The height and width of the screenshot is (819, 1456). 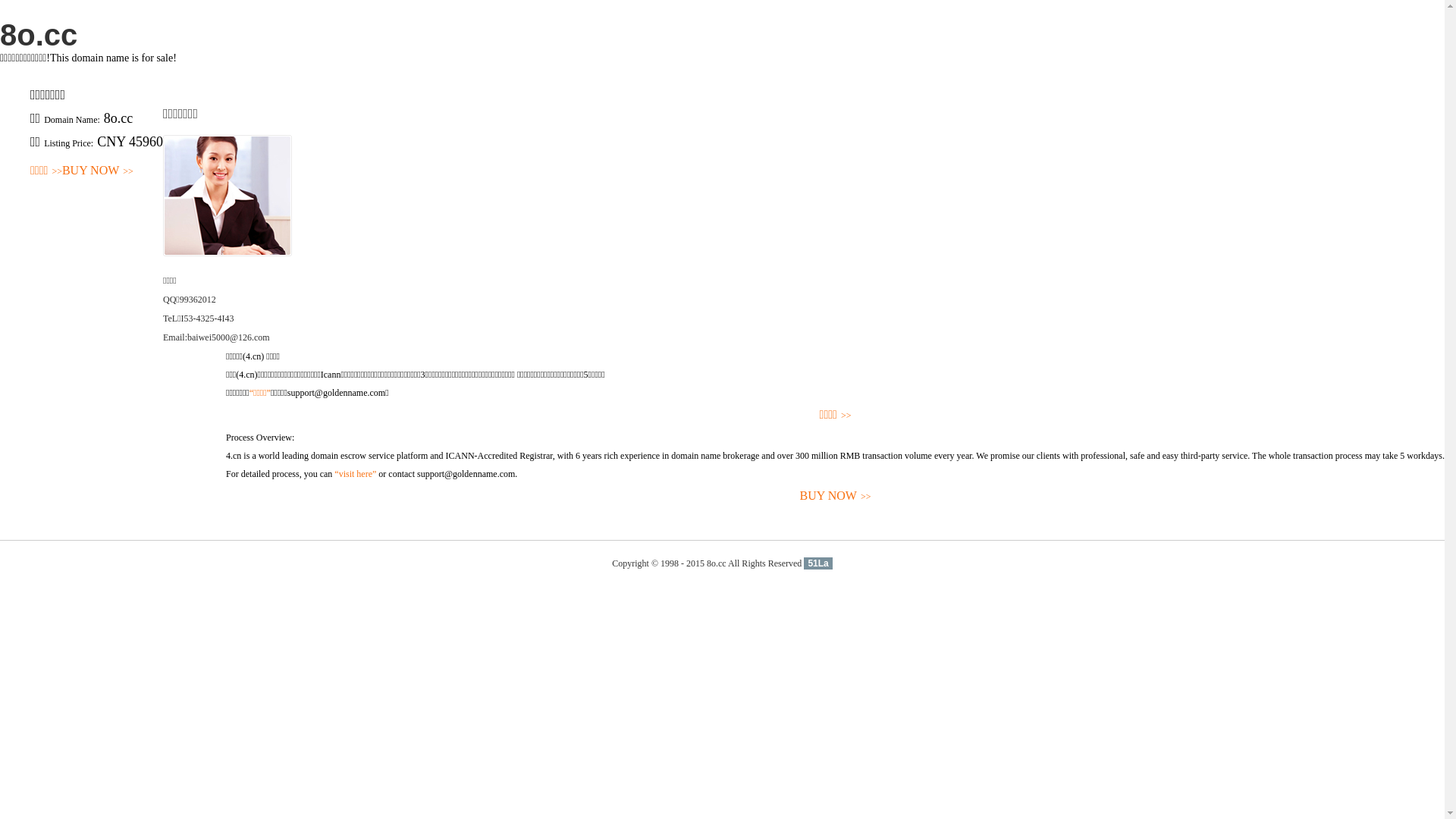 What do you see at coordinates (97, 171) in the screenshot?
I see `'BUY NOW>>'` at bounding box center [97, 171].